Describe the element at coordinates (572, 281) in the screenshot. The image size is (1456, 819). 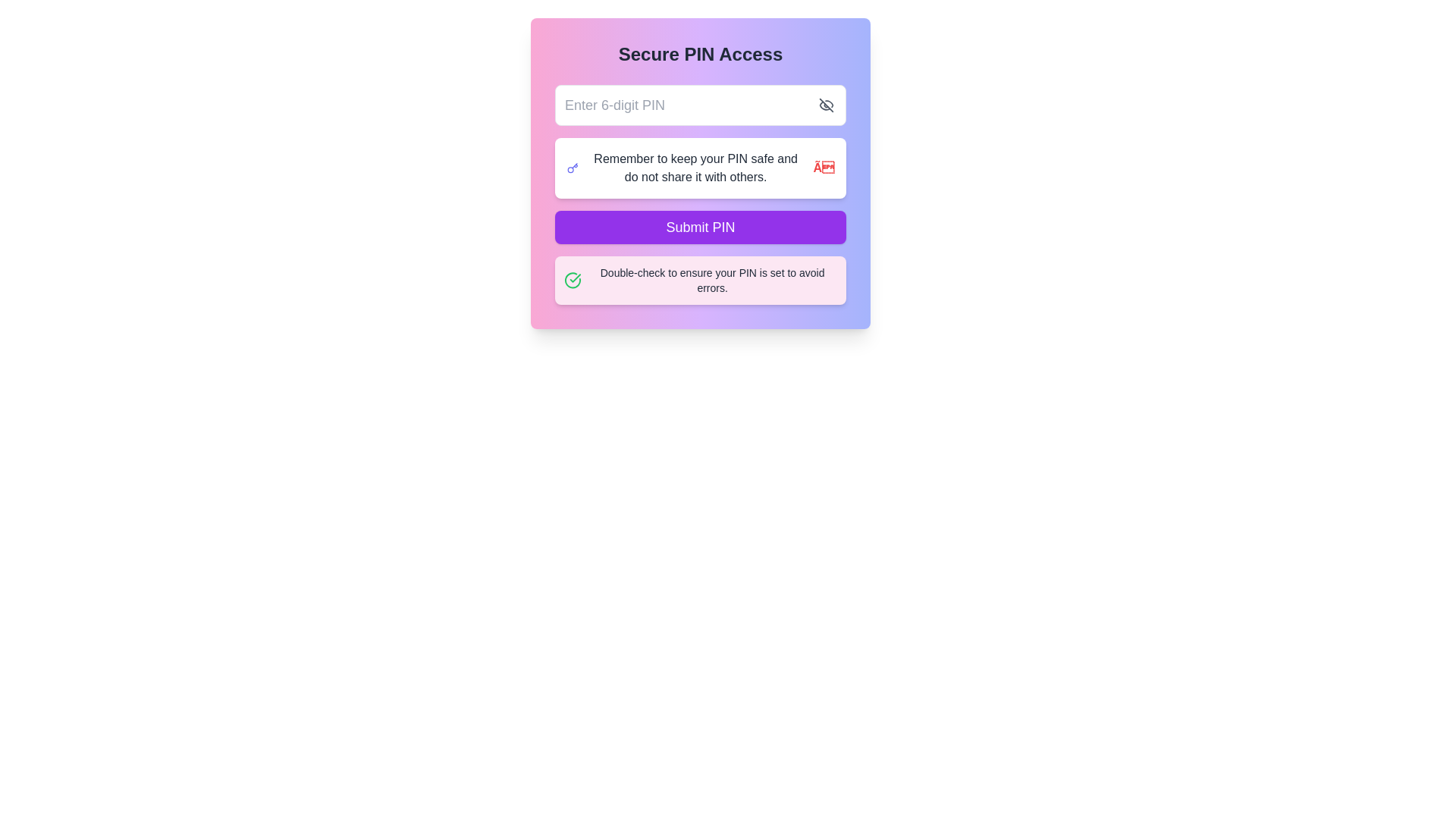
I see `the green checkmark icon with a circular outline located on the left side of the error message box advising to double-check the PIN` at that location.